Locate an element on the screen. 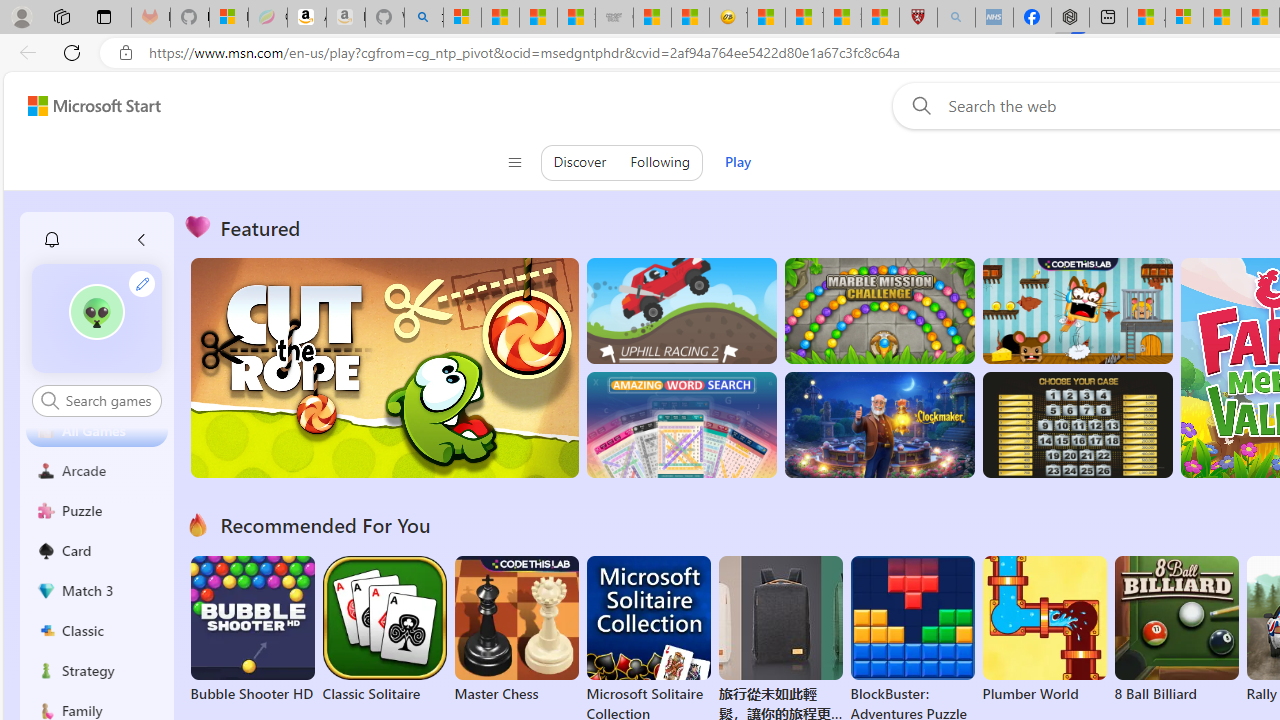 The width and height of the screenshot is (1280, 720). 'Deal or No Deal' is located at coordinates (1076, 424).